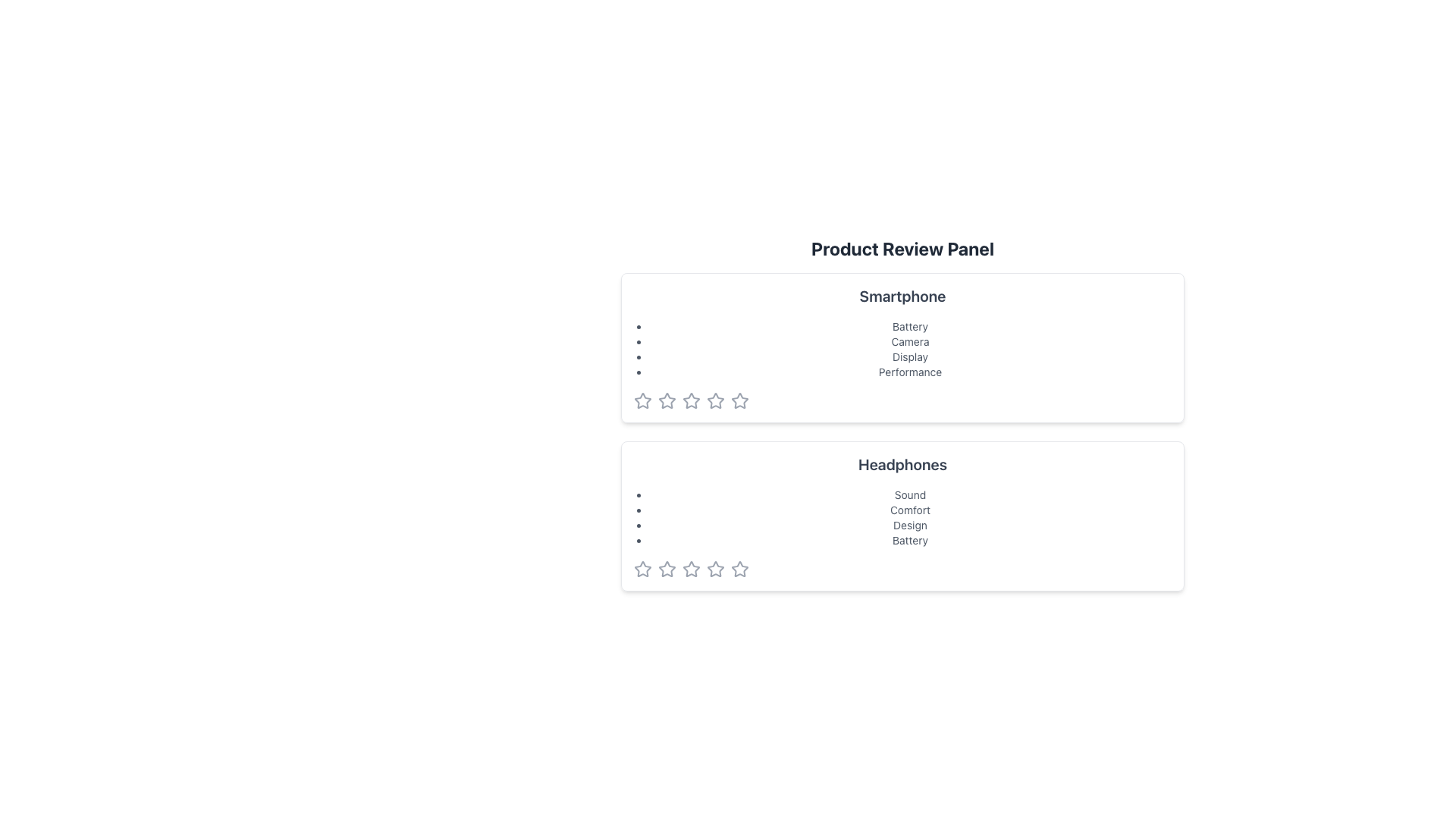 Image resolution: width=1456 pixels, height=819 pixels. I want to click on the text element displaying 'Headphones', which is prominently styled in a large, bold font and positioned as a title within its section, so click(902, 464).